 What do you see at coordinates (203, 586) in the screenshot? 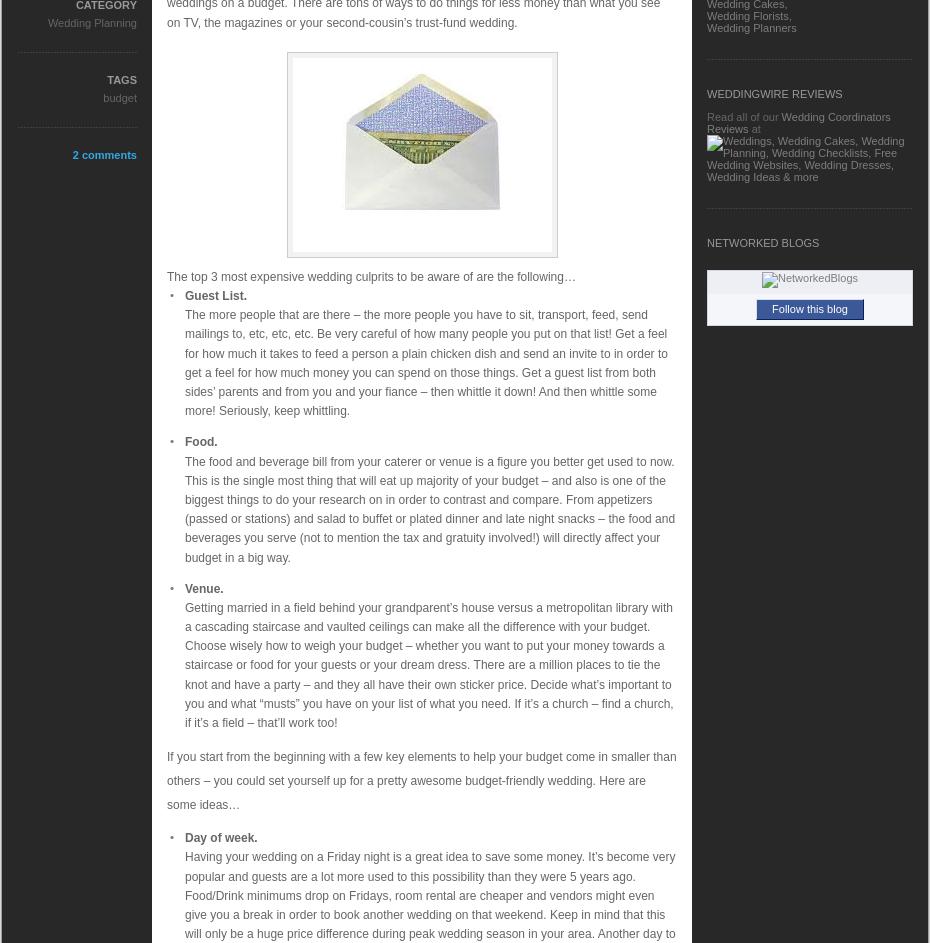
I see `'Venue.'` at bounding box center [203, 586].